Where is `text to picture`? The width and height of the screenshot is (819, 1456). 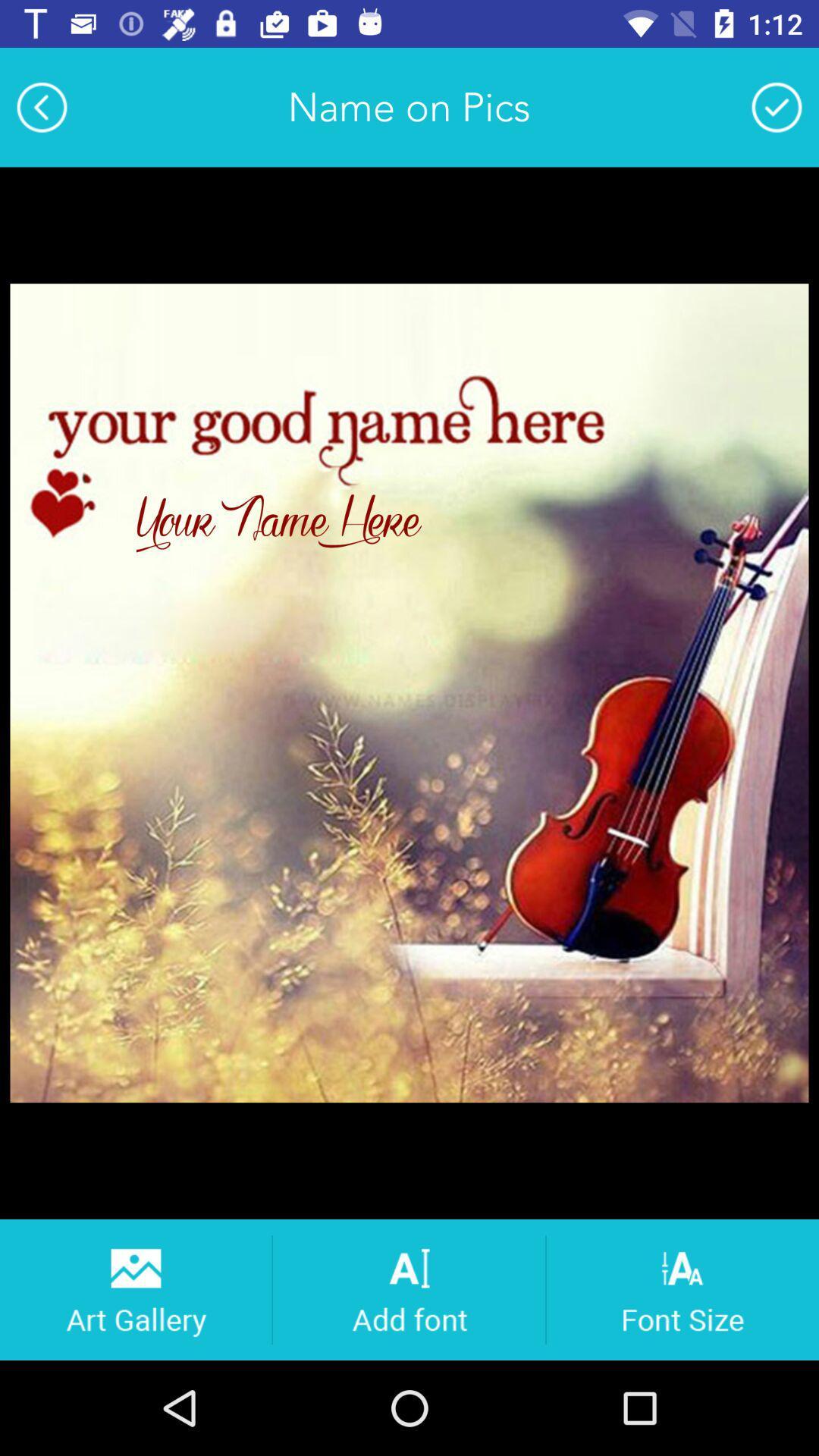 text to picture is located at coordinates (408, 1288).